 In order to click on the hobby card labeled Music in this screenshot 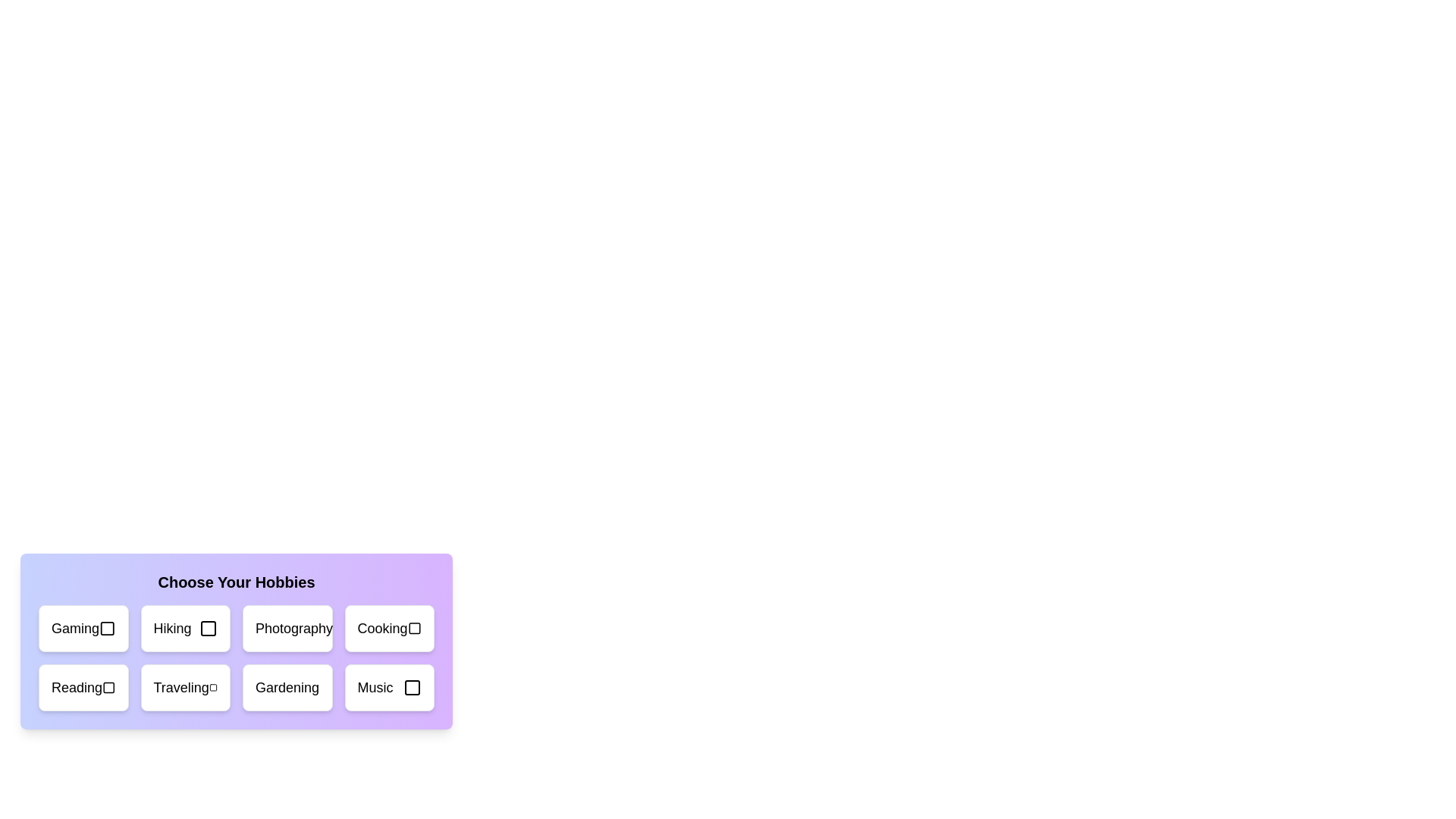, I will do `click(389, 687)`.